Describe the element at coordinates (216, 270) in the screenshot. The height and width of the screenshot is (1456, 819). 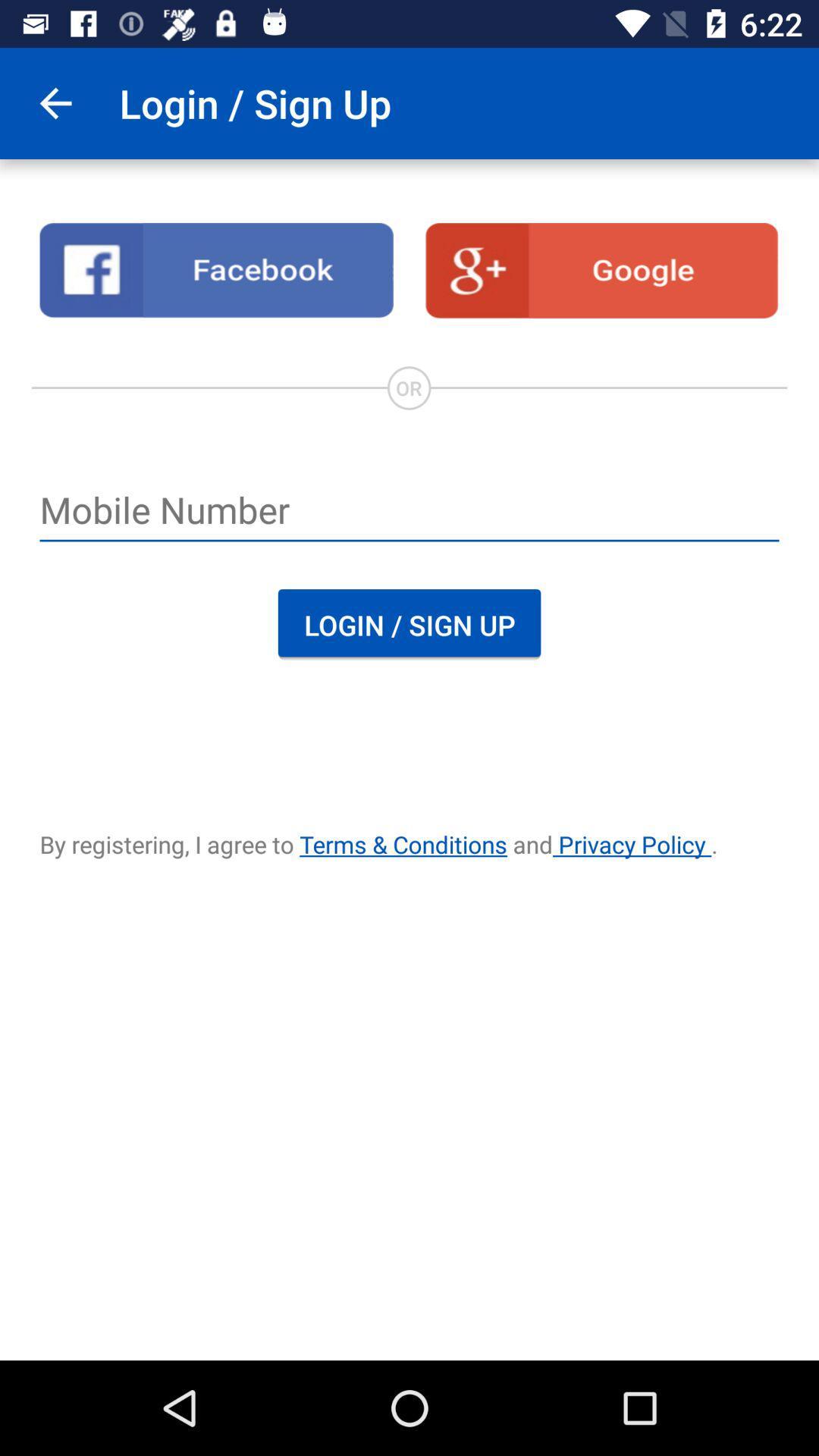
I see `log in using facebook account` at that location.